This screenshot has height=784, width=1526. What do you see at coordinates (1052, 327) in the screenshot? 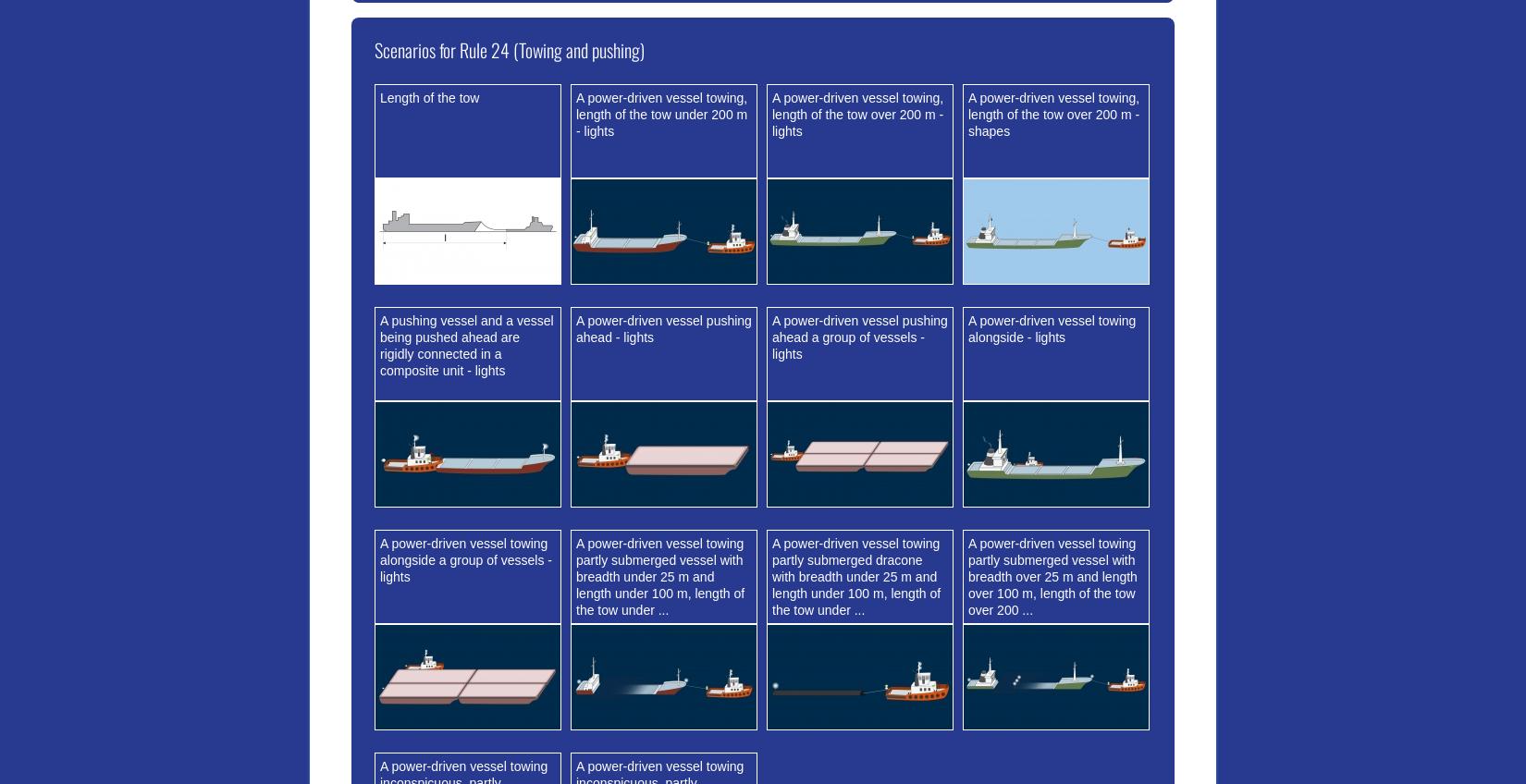
I see `'A power-driven vessel towing alongside - lights'` at bounding box center [1052, 327].